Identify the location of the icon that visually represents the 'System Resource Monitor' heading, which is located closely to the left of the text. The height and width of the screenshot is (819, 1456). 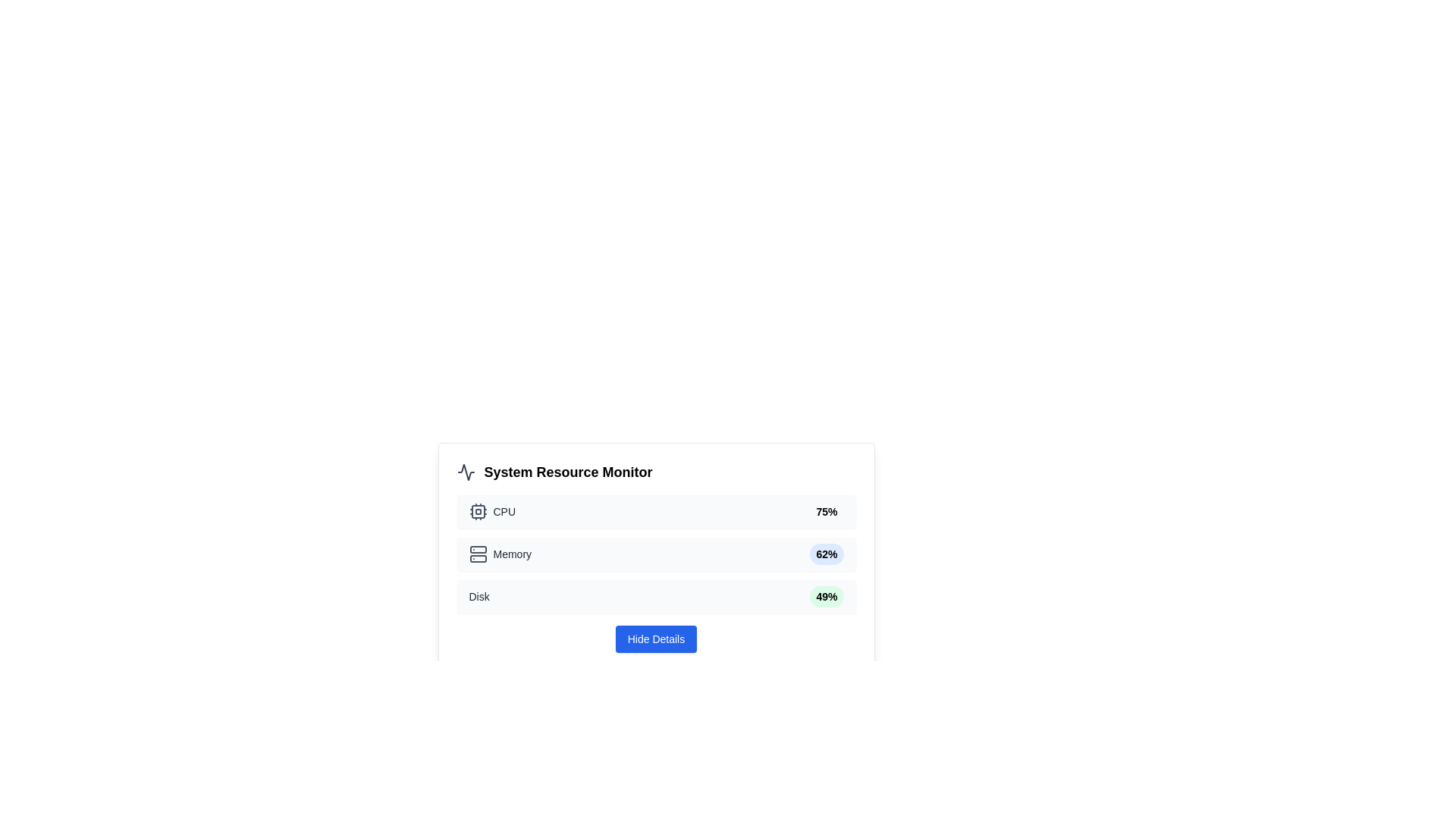
(465, 472).